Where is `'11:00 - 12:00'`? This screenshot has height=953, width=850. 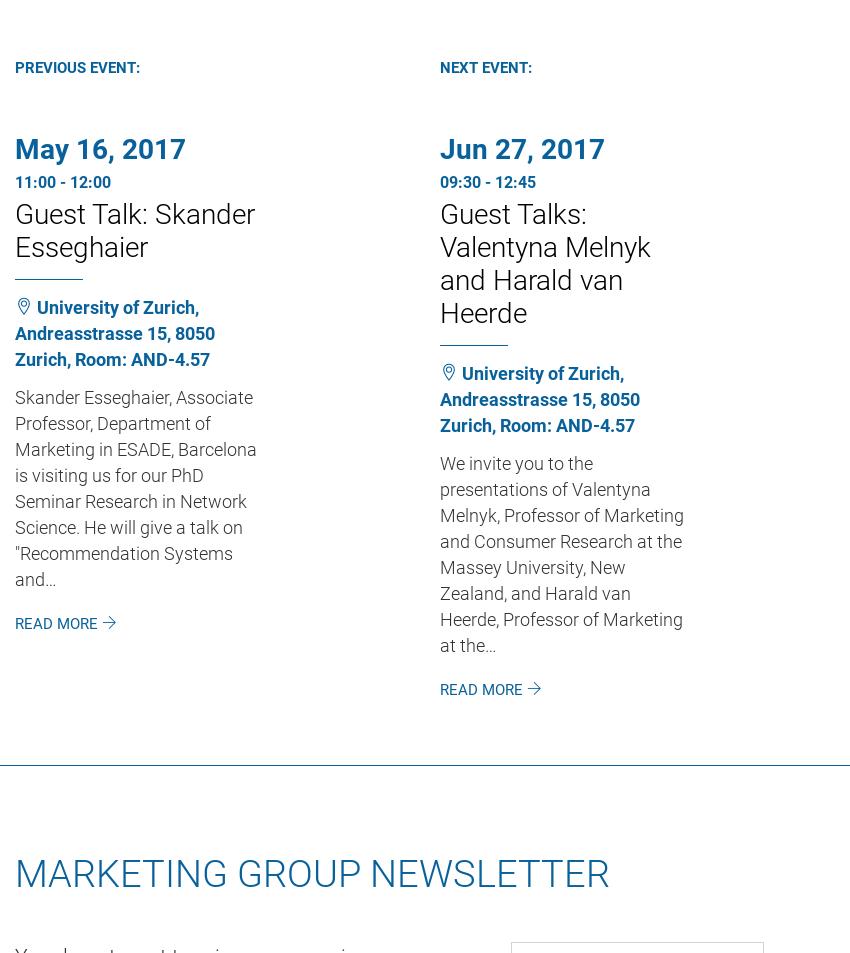 '11:00 - 12:00' is located at coordinates (62, 180).